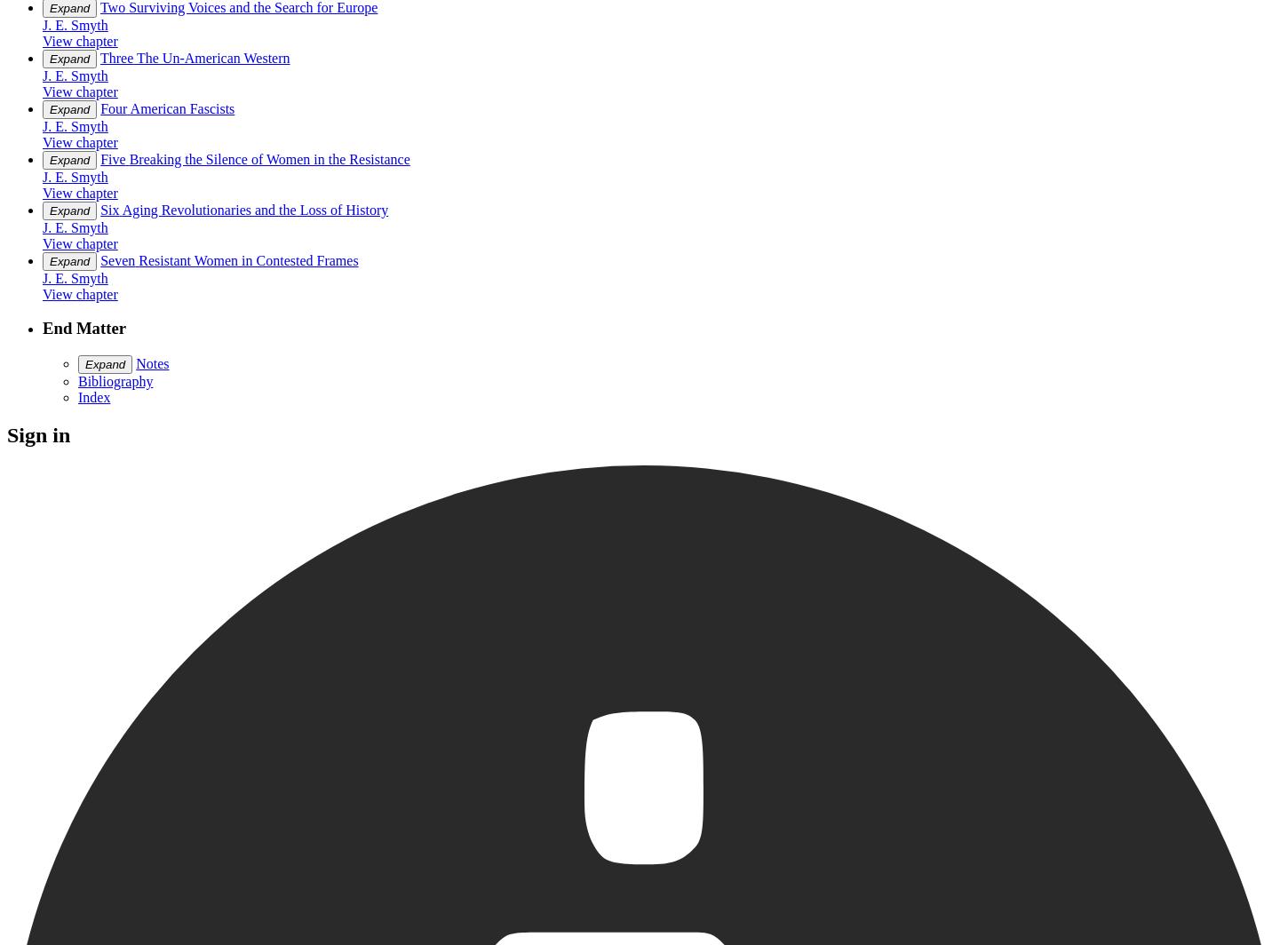 The image size is (1288, 945). What do you see at coordinates (115, 381) in the screenshot?
I see `'Bibliography'` at bounding box center [115, 381].